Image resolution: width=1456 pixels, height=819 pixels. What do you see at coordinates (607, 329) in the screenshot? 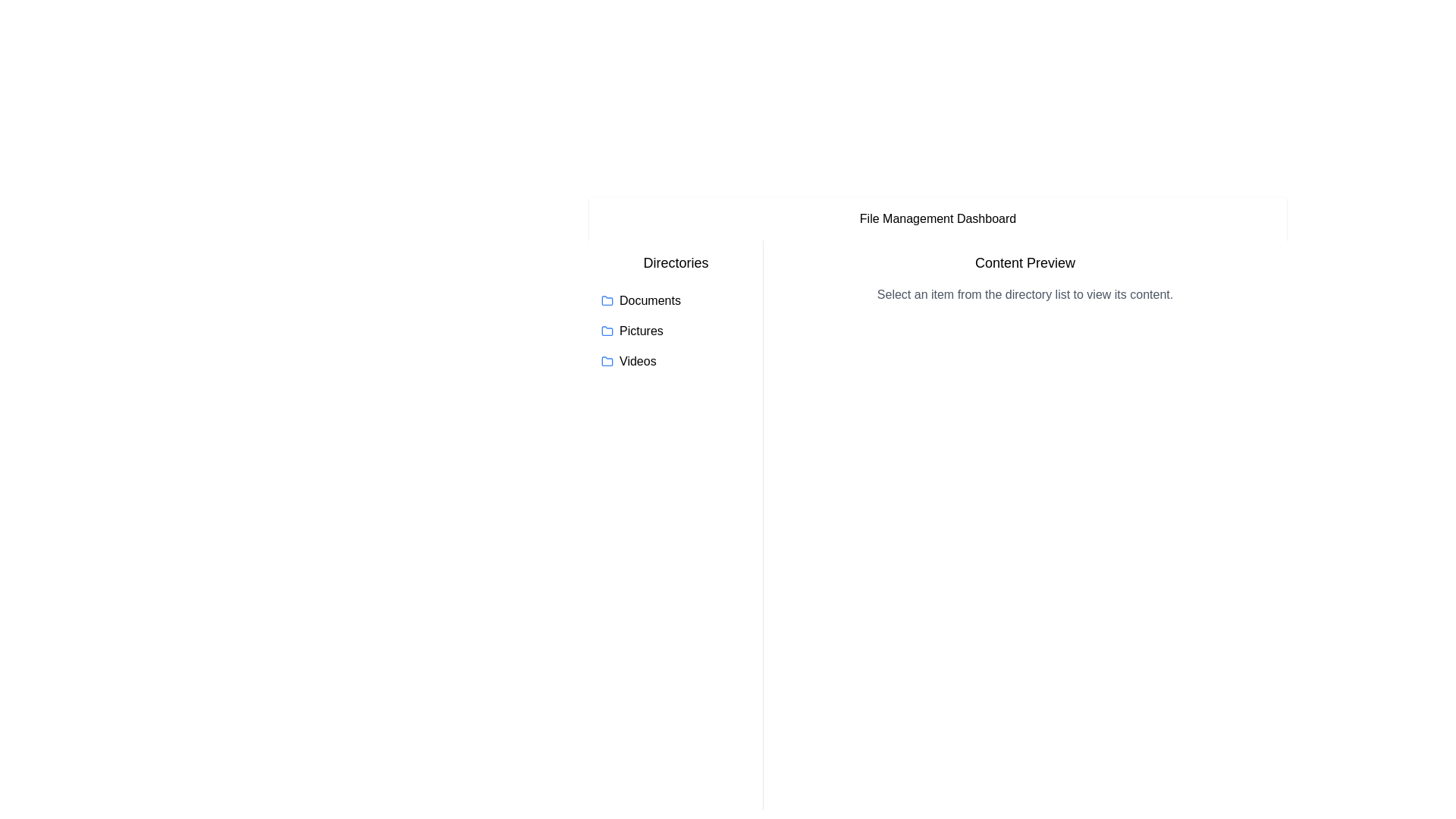
I see `the folder icon representing the 'Pictures' directory to interact with it` at bounding box center [607, 329].